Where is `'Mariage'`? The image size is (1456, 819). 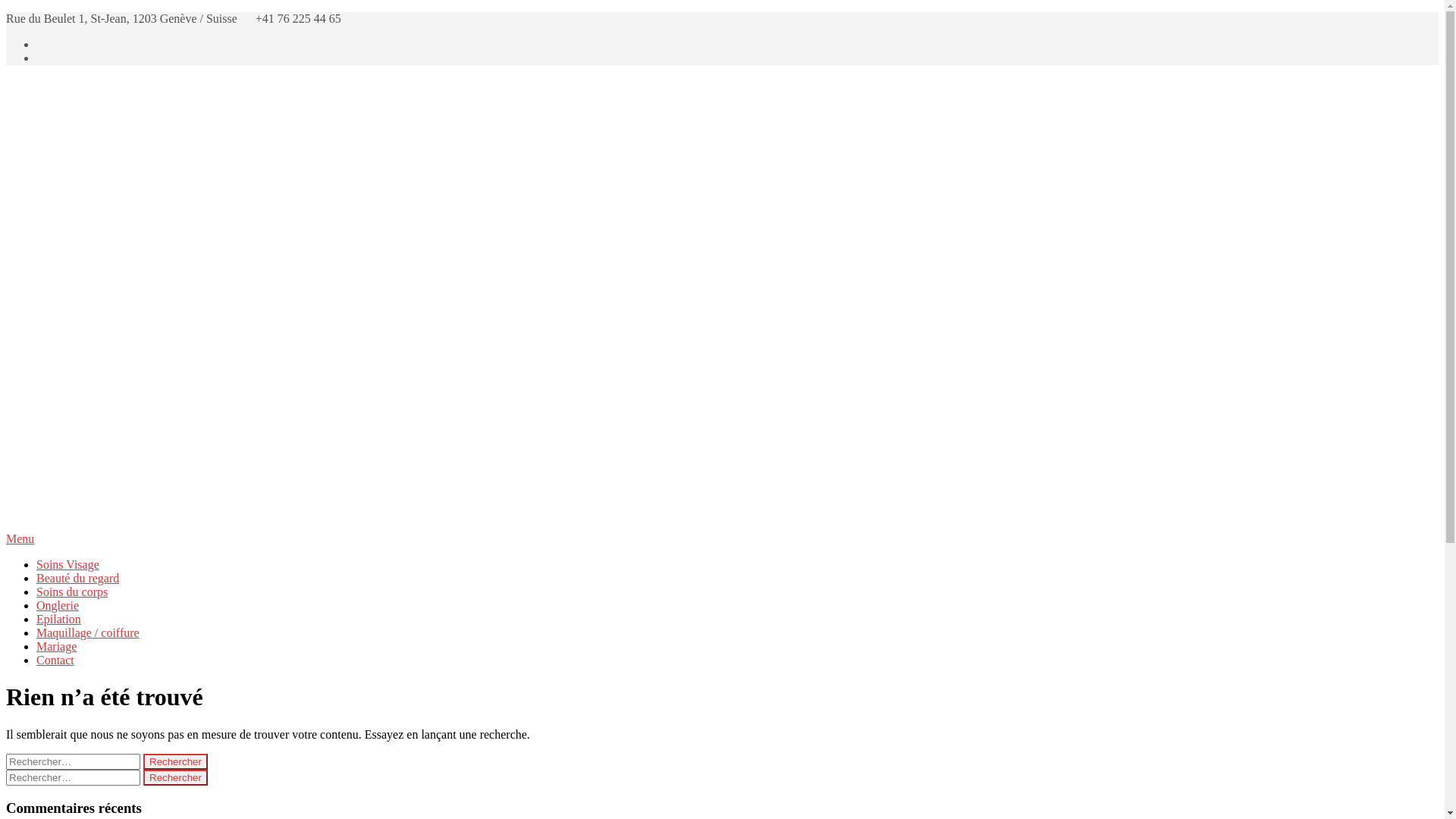 'Mariage' is located at coordinates (56, 646).